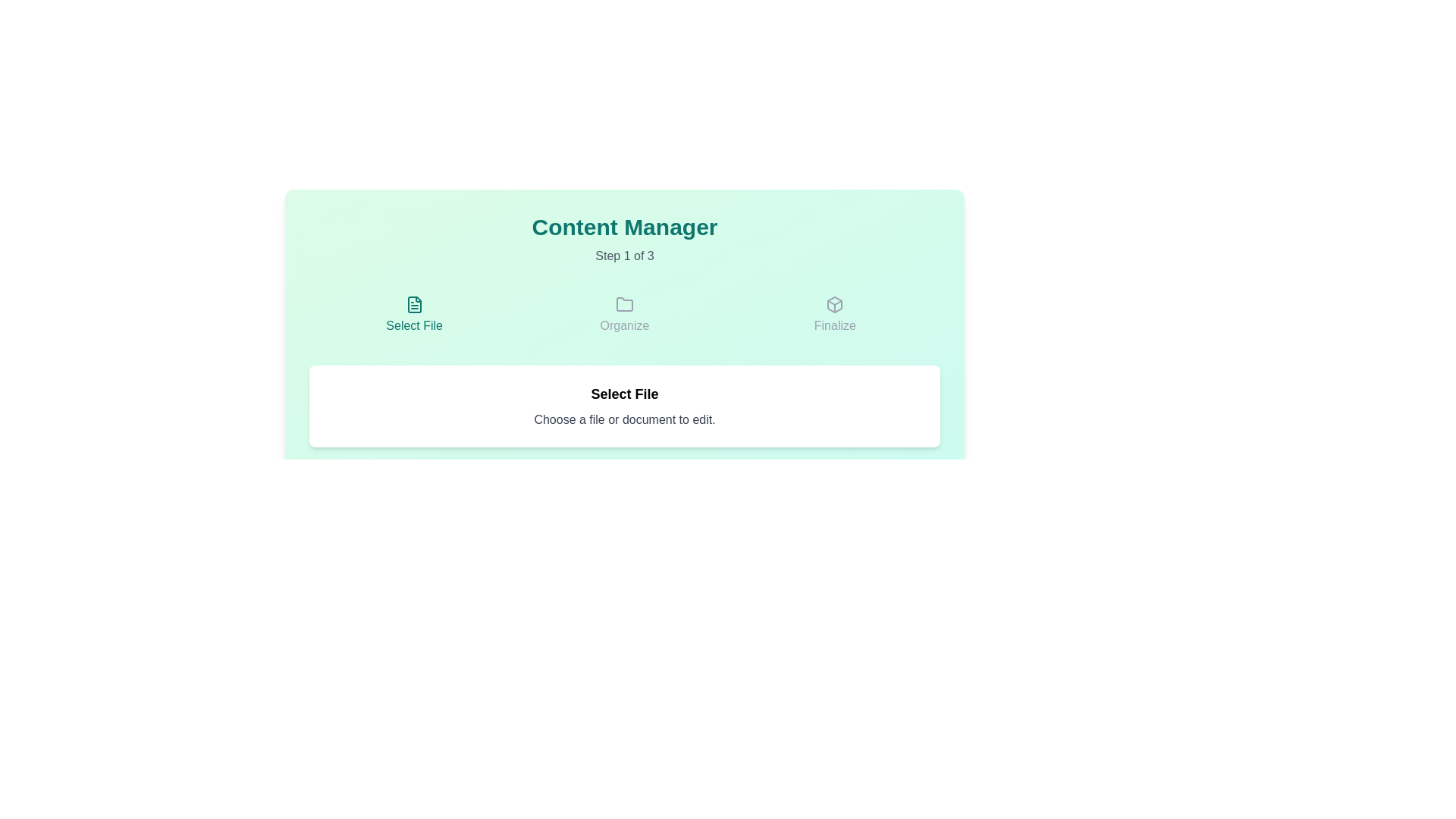 This screenshot has height=819, width=1456. I want to click on the 'Finalize' icon, which is a minimalist cube-like structure and the rightmost icon in a series of three at the top-center of the interface, so click(834, 304).